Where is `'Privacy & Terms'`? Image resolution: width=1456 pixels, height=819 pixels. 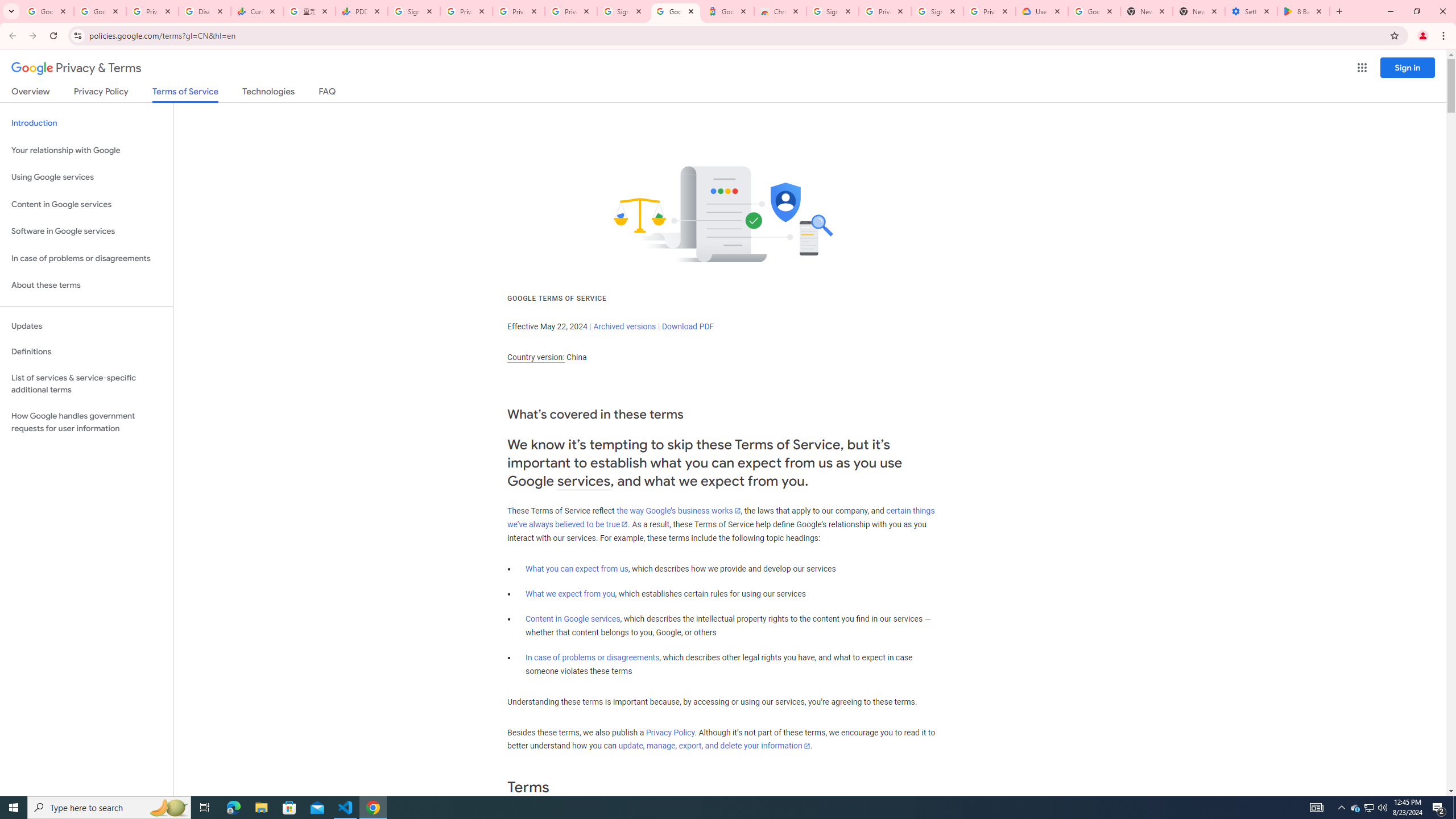
'Privacy & Terms' is located at coordinates (76, 68).